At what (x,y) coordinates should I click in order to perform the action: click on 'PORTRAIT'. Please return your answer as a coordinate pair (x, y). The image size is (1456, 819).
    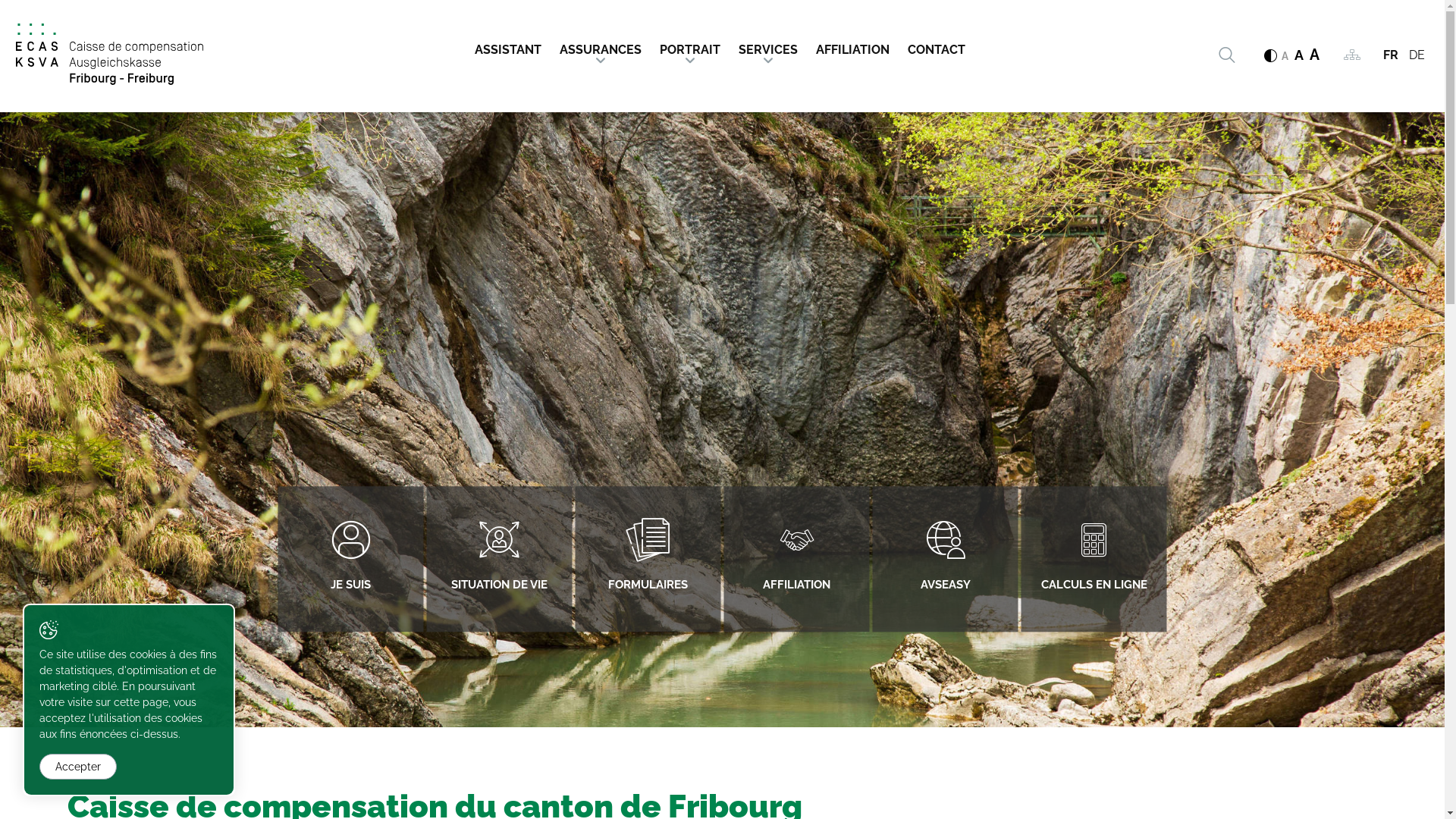
    Looking at the image, I should click on (651, 44).